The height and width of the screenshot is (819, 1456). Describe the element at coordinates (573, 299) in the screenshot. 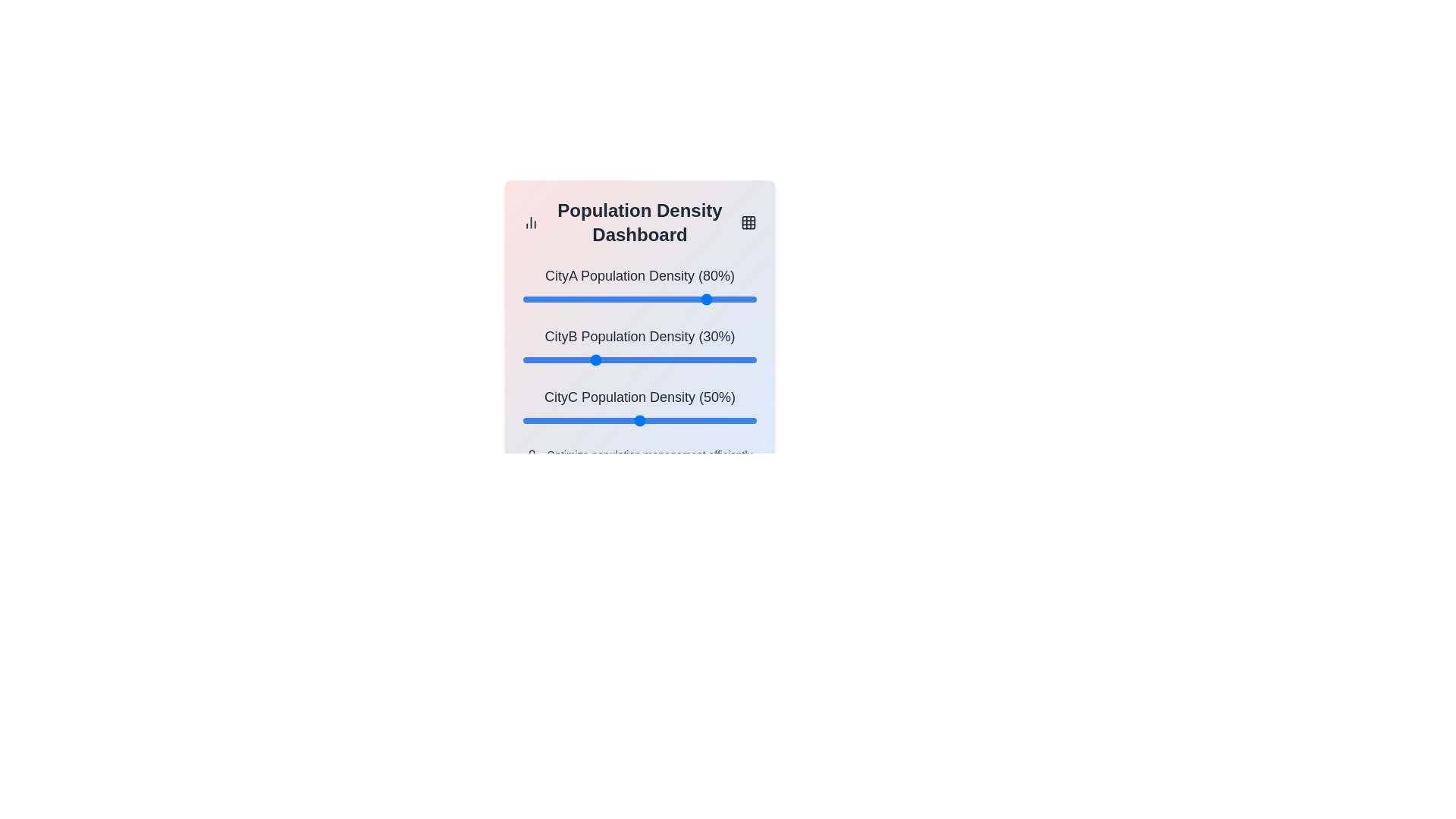

I see `the CityA population density slider to 22%` at that location.